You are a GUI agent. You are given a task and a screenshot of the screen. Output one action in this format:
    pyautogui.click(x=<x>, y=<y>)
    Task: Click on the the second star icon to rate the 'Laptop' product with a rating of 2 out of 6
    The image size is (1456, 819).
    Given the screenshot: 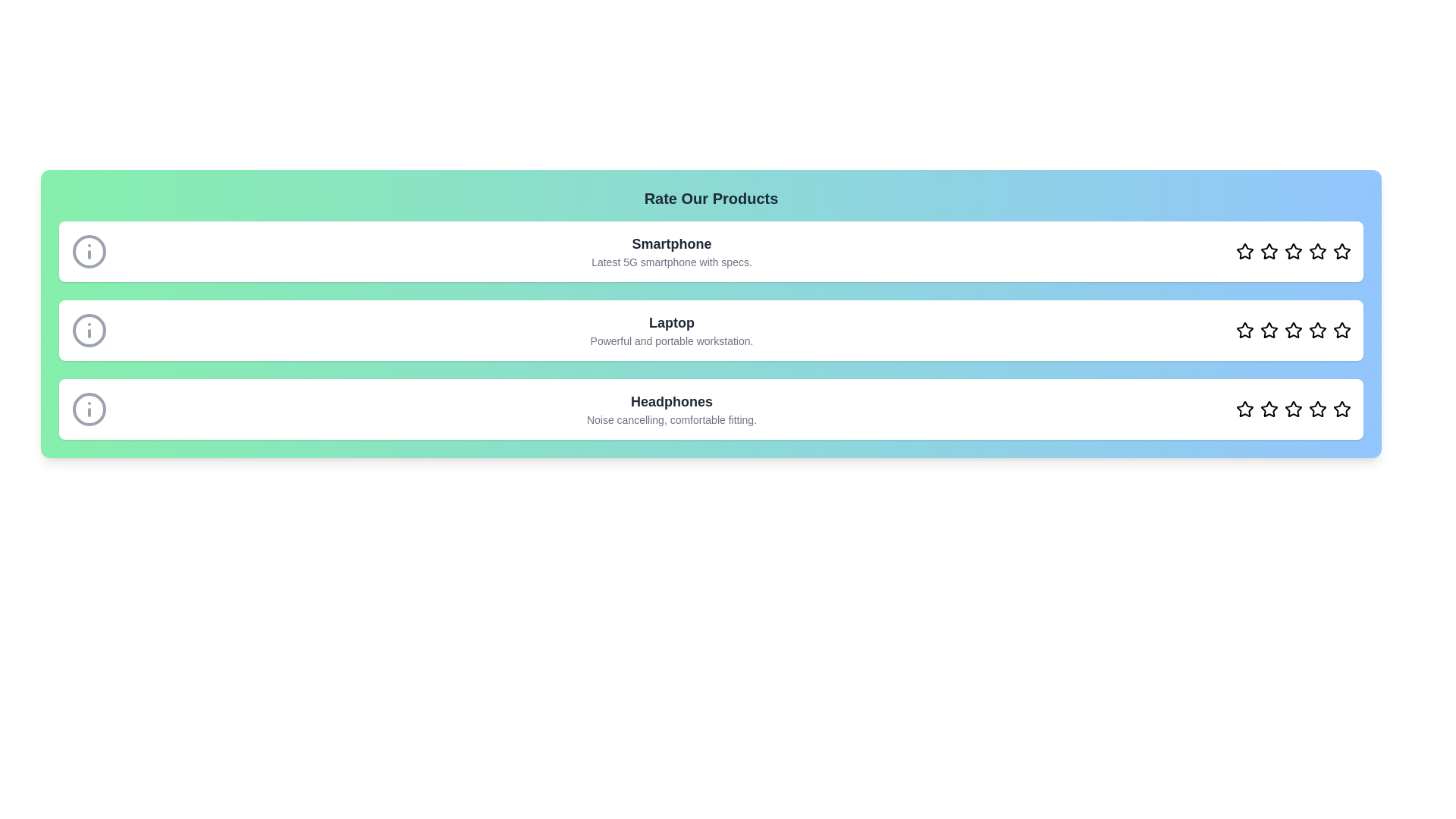 What is the action you would take?
    pyautogui.click(x=1244, y=329)
    